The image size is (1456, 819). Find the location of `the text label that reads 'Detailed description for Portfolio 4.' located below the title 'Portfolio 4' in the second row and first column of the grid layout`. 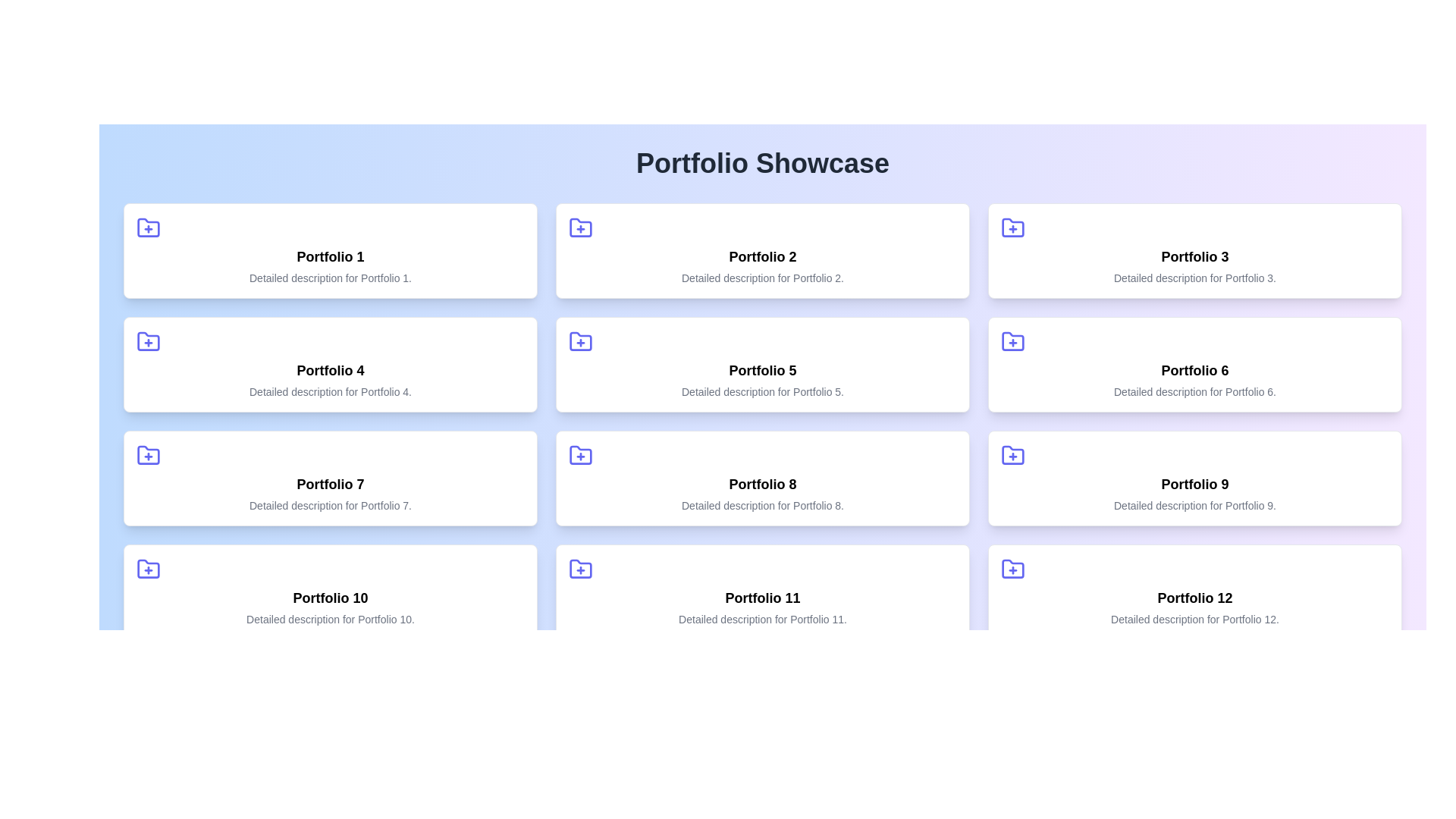

the text label that reads 'Detailed description for Portfolio 4.' located below the title 'Portfolio 4' in the second row and first column of the grid layout is located at coordinates (330, 391).